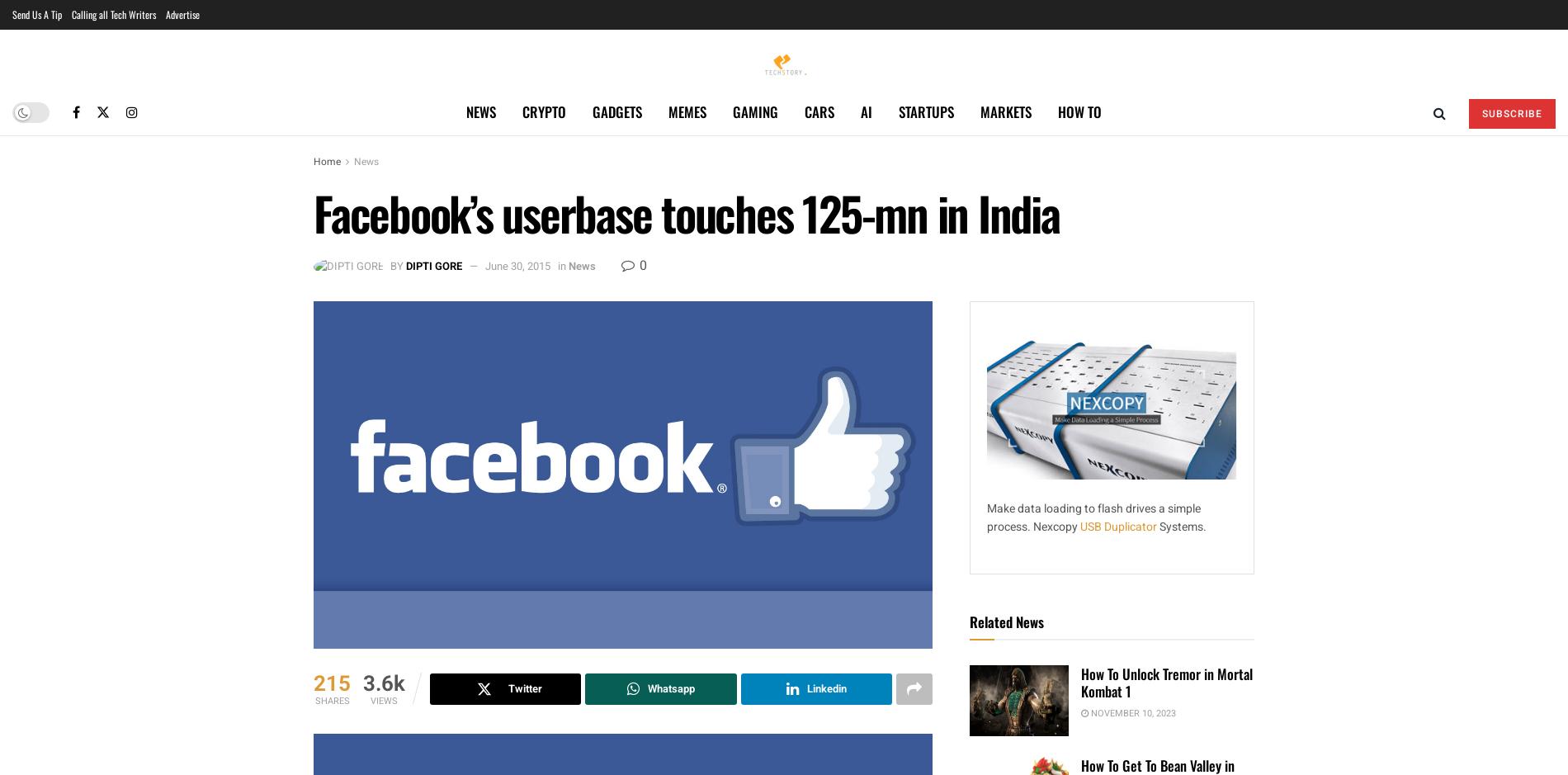 The width and height of the screenshot is (1568, 775). Describe the element at coordinates (1131, 711) in the screenshot. I see `'November 10, 2023'` at that location.